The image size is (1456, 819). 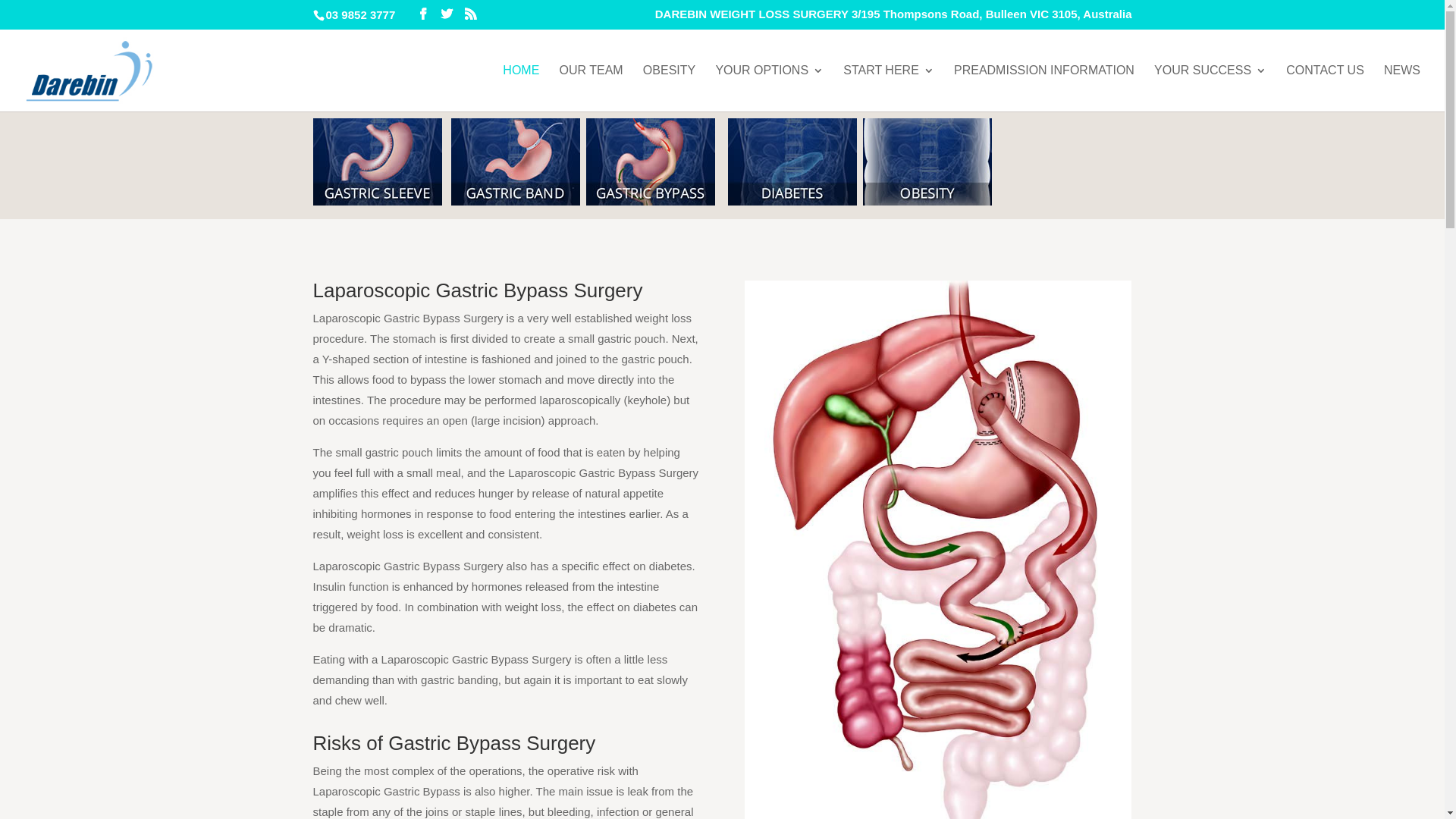 I want to click on 'OBESITY', so click(x=668, y=88).